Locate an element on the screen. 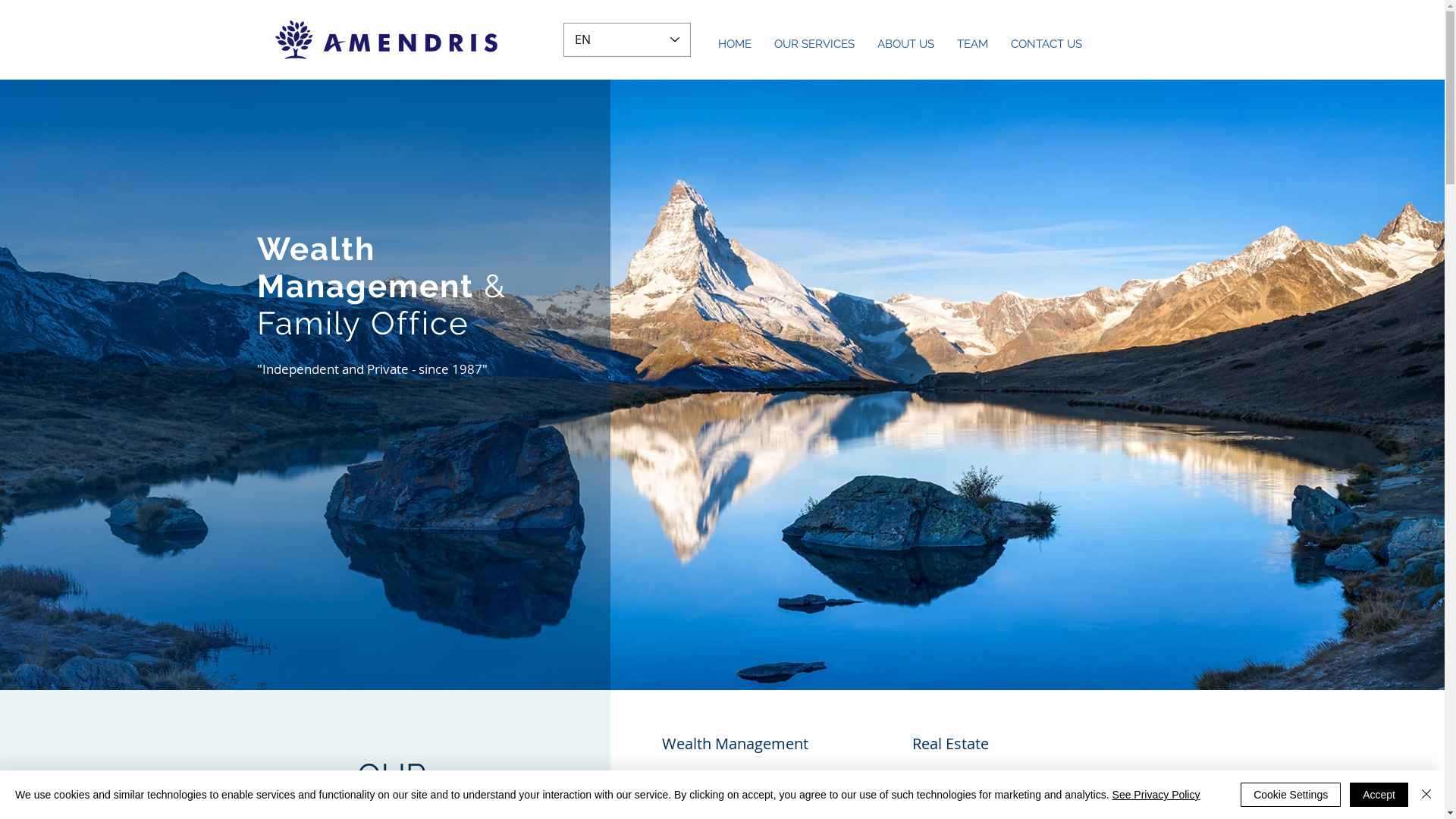 The height and width of the screenshot is (819, 1456). 'HOME' is located at coordinates (735, 42).